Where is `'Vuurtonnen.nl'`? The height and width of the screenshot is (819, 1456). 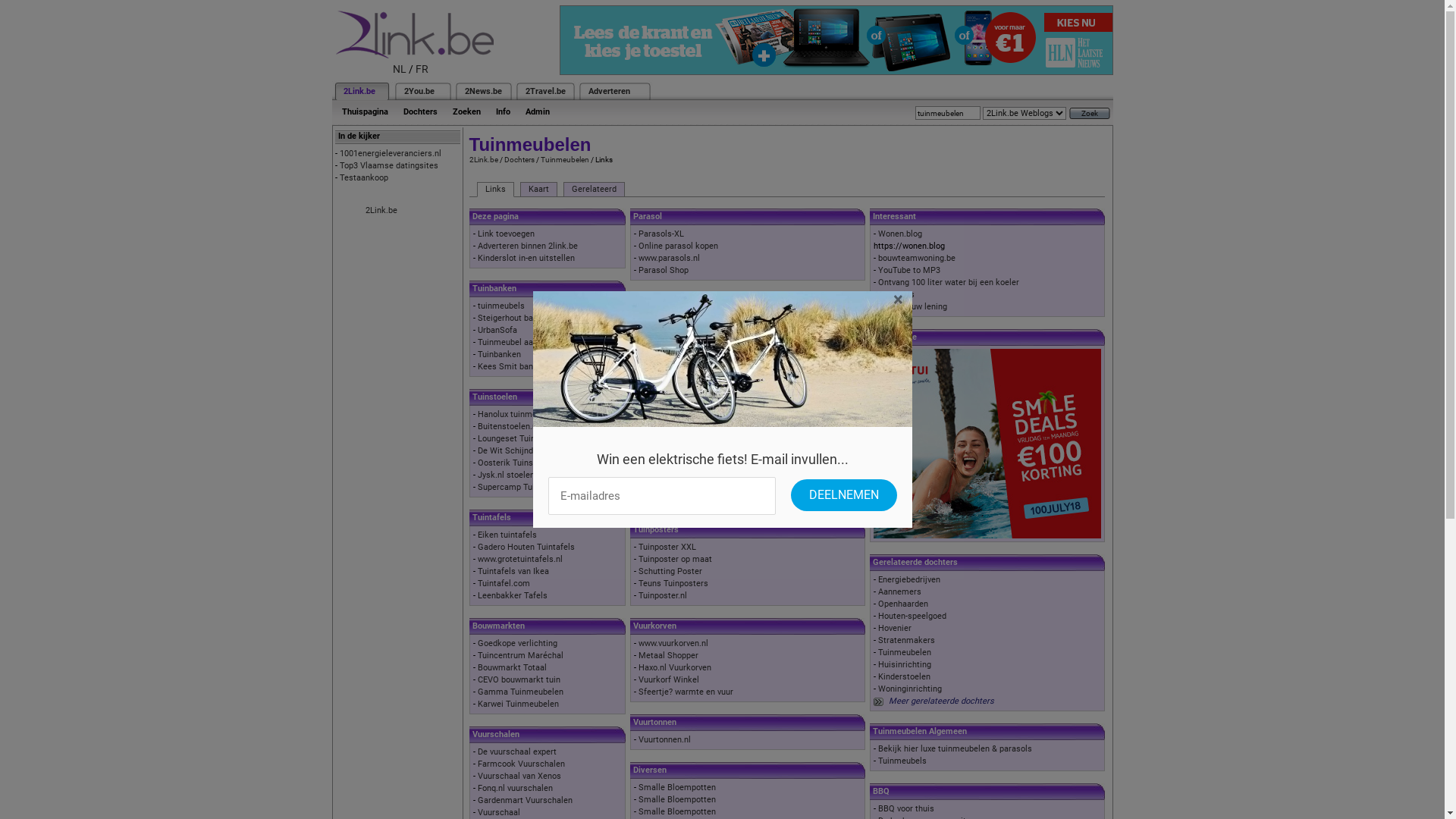
'Vuurtonnen.nl' is located at coordinates (638, 739).